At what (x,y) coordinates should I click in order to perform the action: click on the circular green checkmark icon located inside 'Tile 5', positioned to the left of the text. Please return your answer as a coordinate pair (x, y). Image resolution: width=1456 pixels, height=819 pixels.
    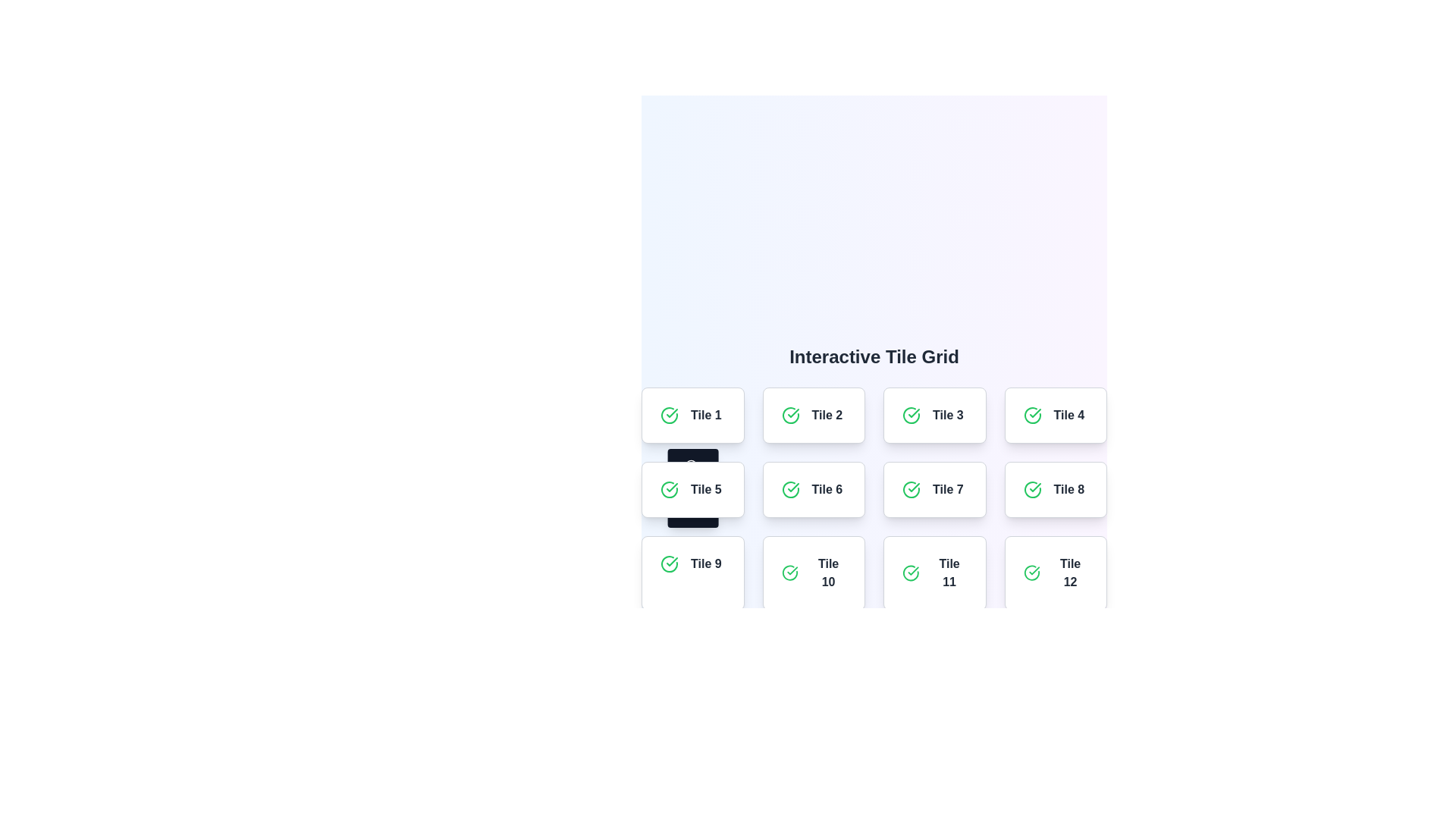
    Looking at the image, I should click on (669, 489).